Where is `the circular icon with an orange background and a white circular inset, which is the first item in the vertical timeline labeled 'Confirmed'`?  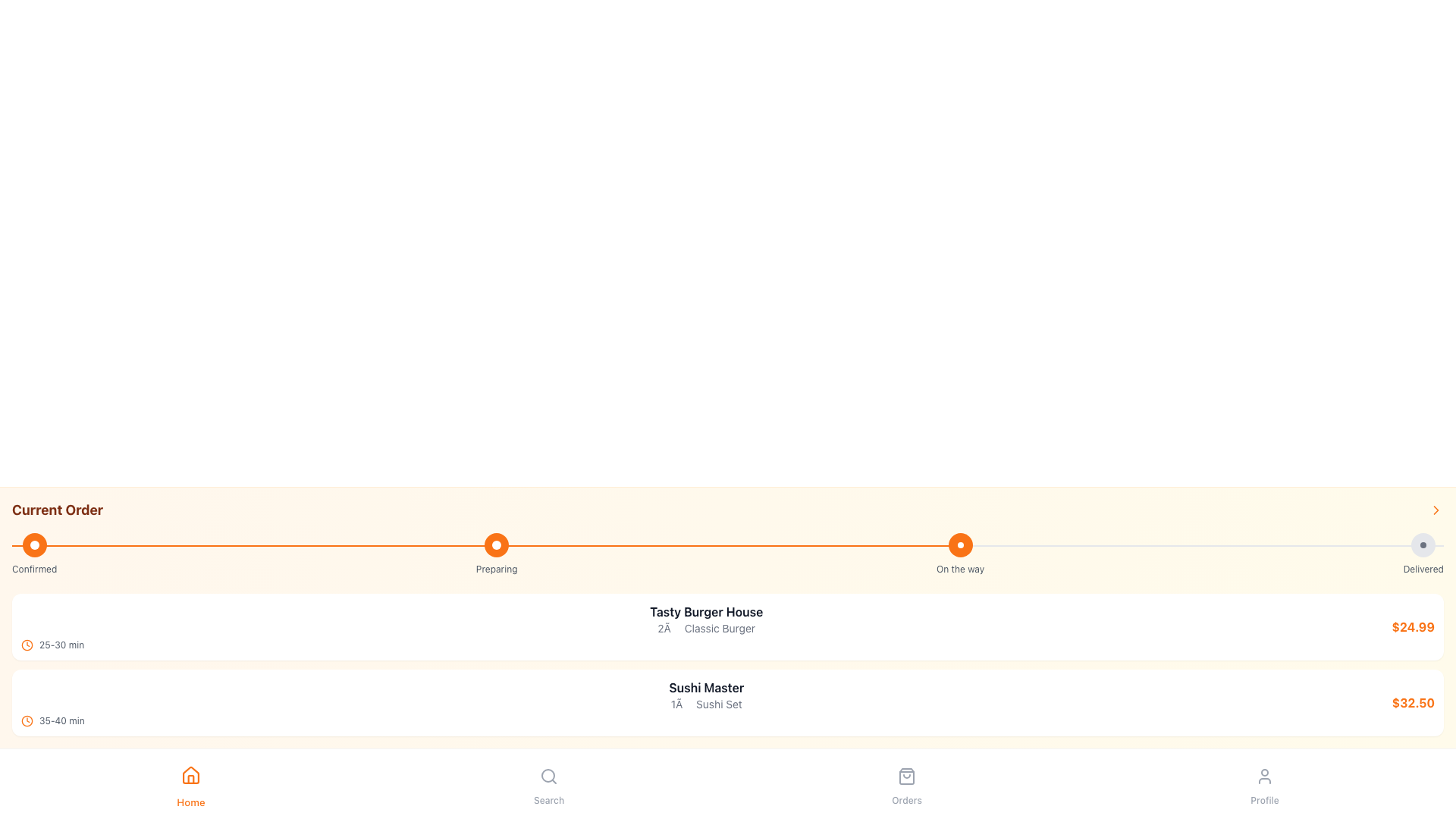 the circular icon with an orange background and a white circular inset, which is the first item in the vertical timeline labeled 'Confirmed' is located at coordinates (34, 544).